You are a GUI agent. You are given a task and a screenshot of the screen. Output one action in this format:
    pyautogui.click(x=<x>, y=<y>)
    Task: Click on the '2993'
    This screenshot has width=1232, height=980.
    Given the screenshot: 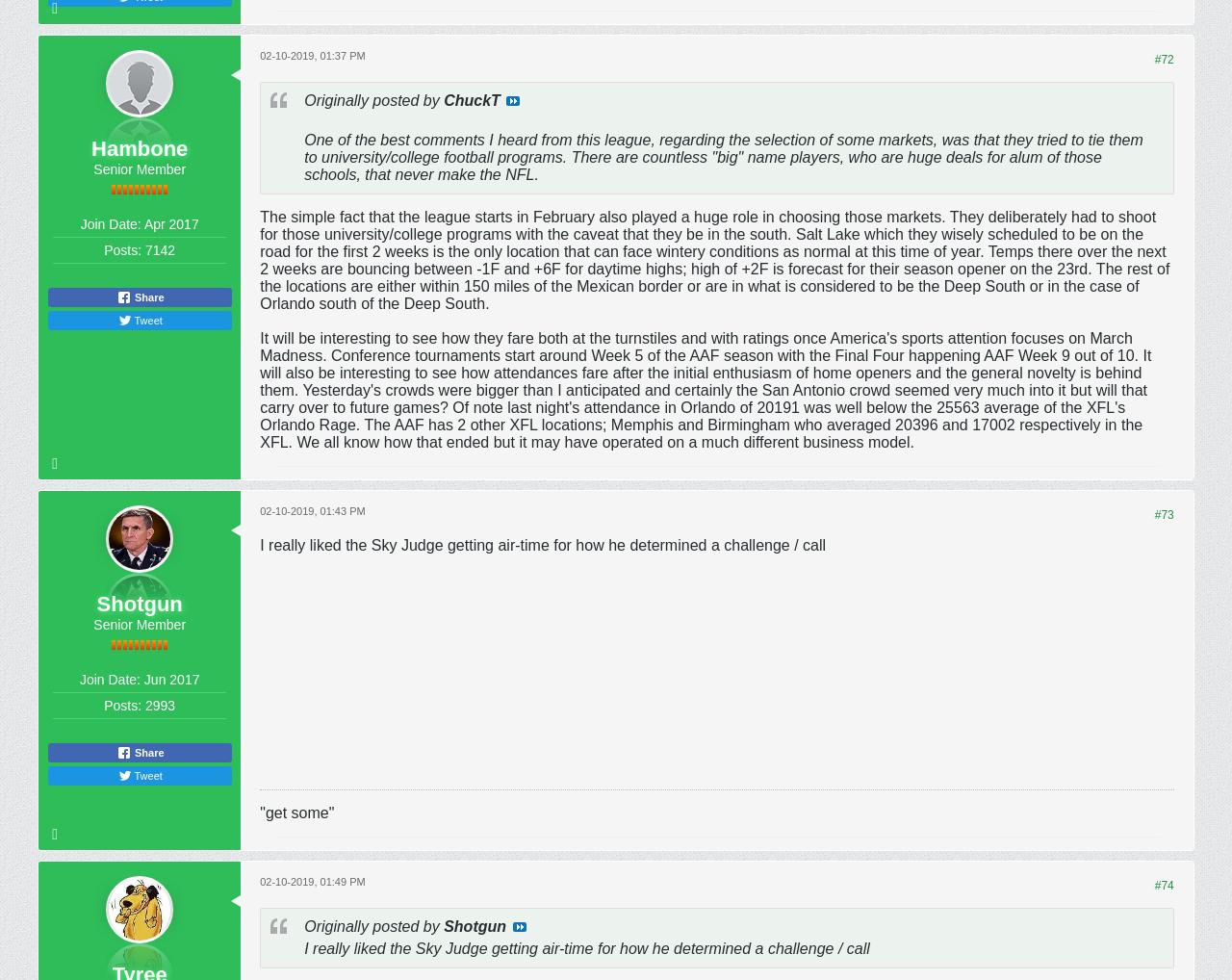 What is the action you would take?
    pyautogui.click(x=144, y=704)
    